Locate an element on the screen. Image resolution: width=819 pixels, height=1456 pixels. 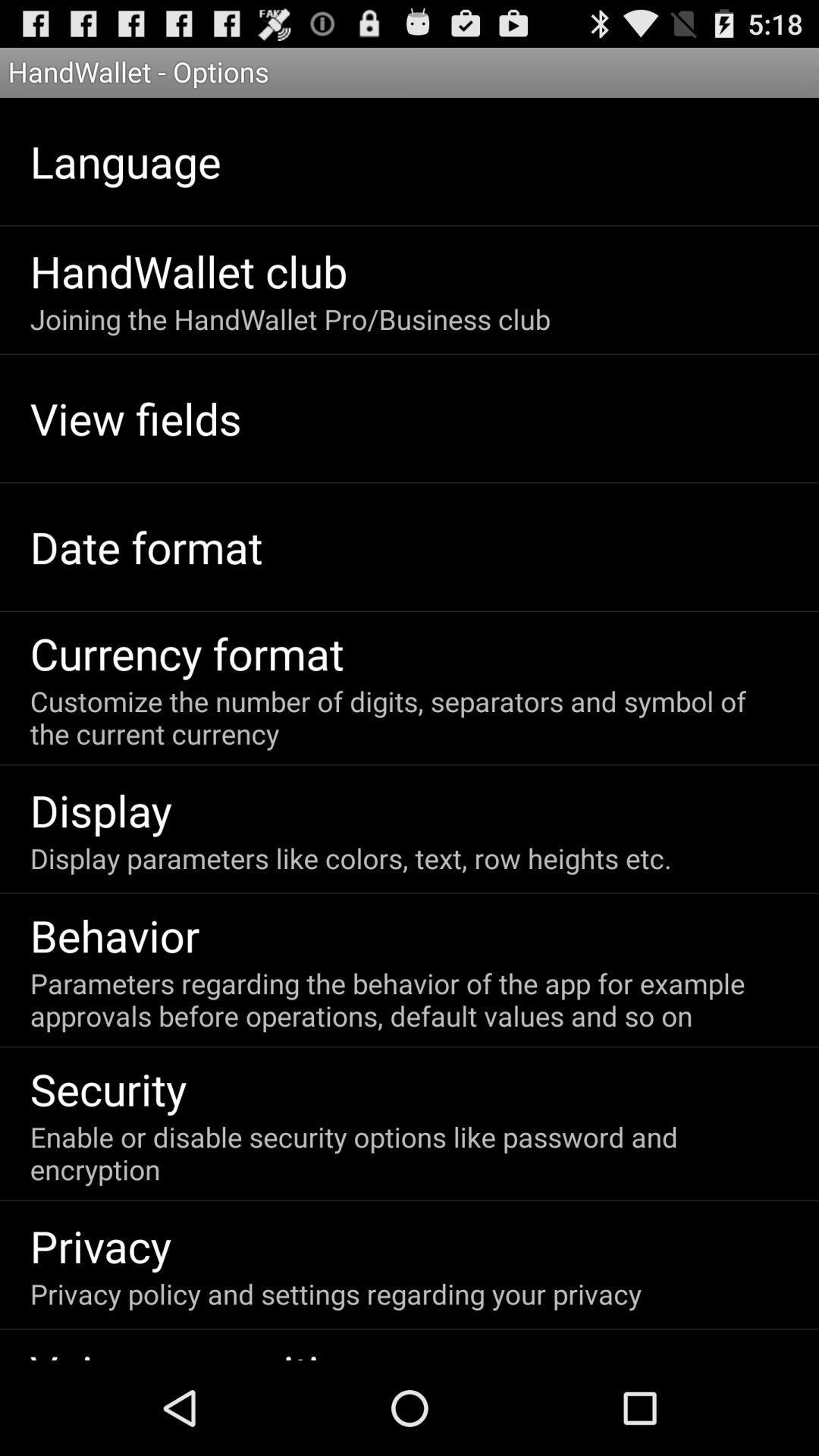
item above security app is located at coordinates (407, 999).